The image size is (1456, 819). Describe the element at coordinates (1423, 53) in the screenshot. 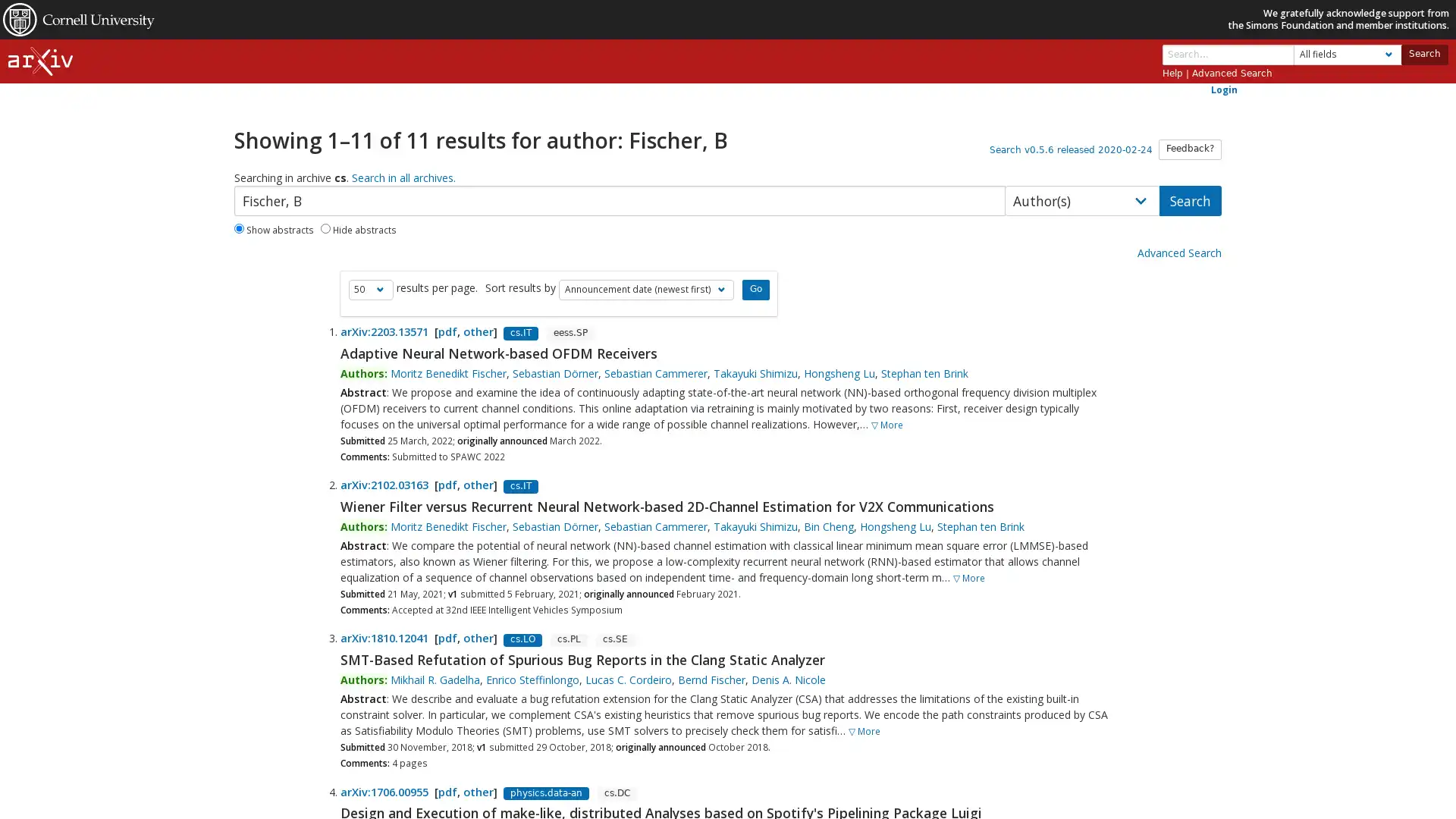

I see `Search` at that location.